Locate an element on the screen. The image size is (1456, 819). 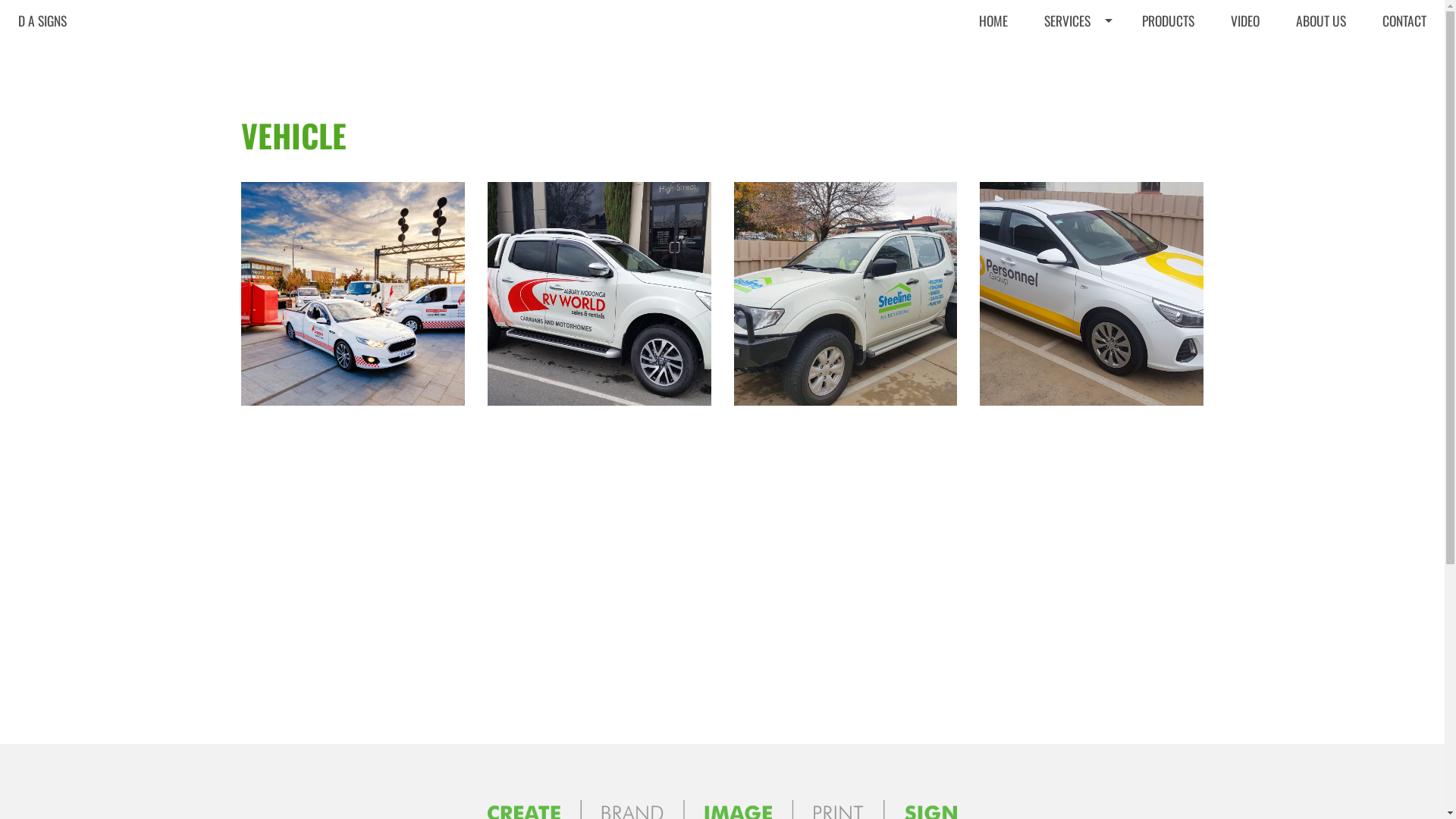
'PRODUCTS' is located at coordinates (1167, 20).